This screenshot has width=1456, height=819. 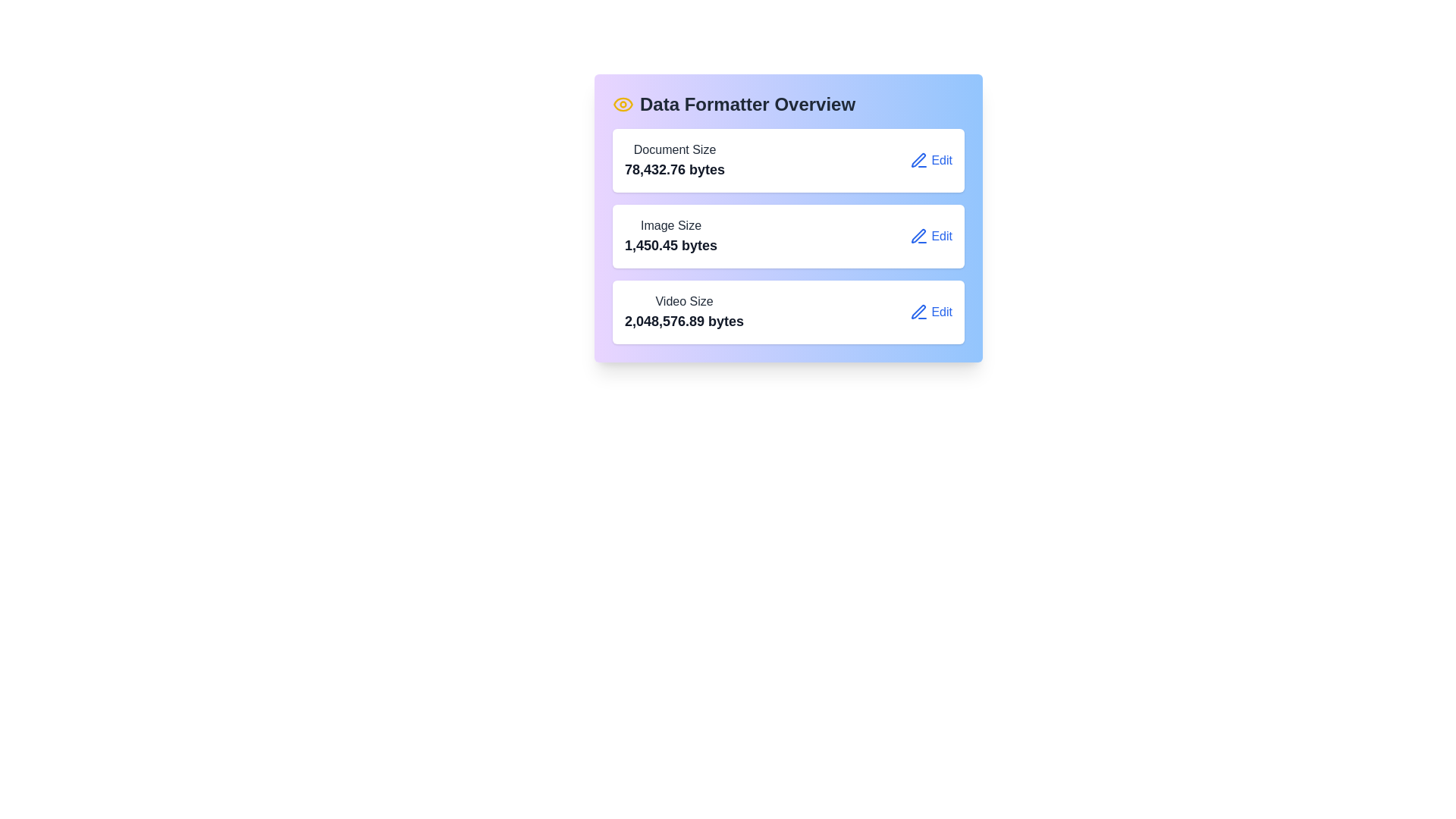 I want to click on the 'Edit' button for 'Video Size' located to the far-right of the section, adjacent to '2,048,576.89 bytes', to alter its appearance, so click(x=930, y=312).